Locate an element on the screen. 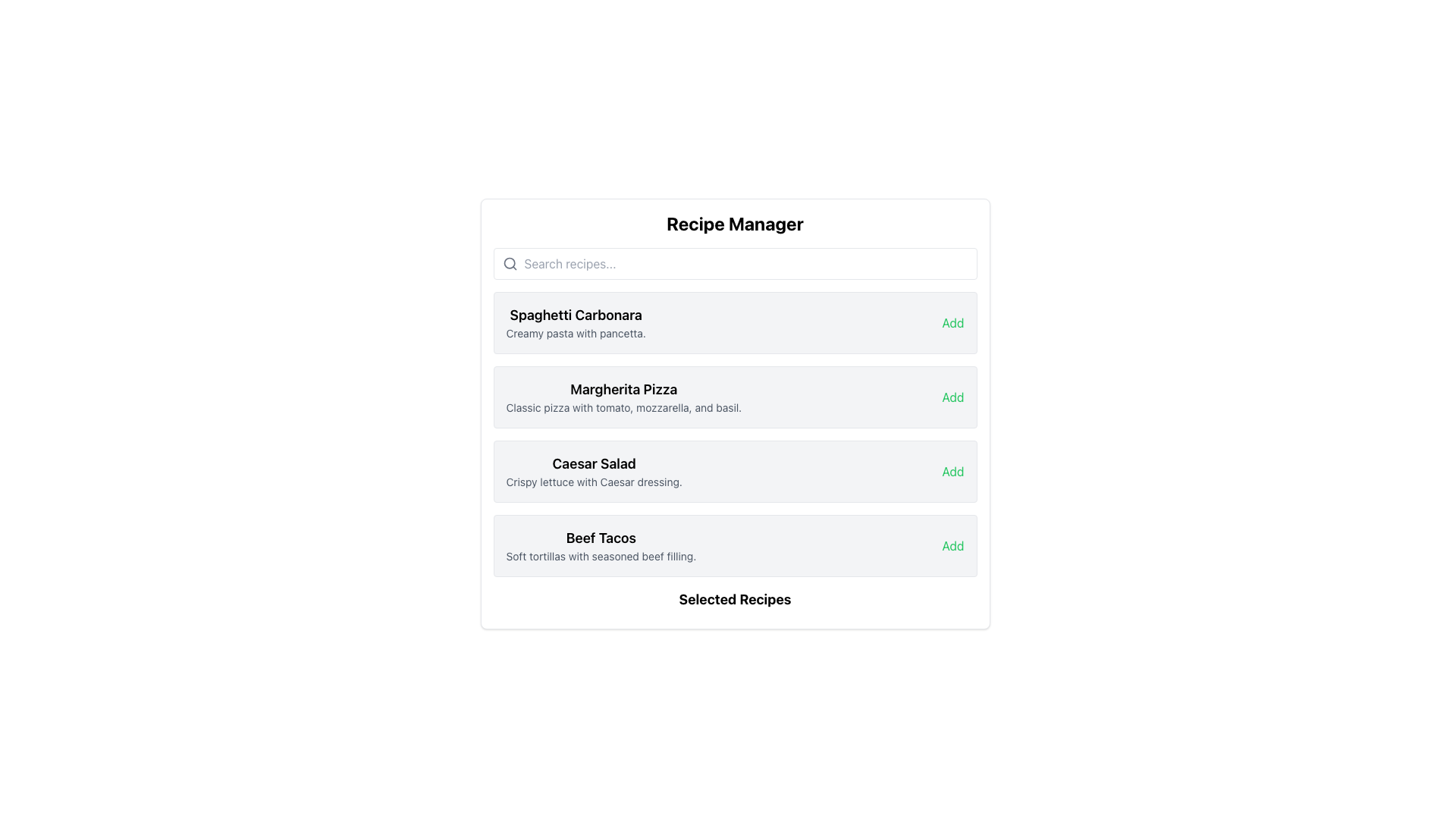 Image resolution: width=1456 pixels, height=819 pixels. displayed information from the Text Display Block that describes a pizza option, which is the second item in the list, positioned between 'Spaghetti Carbonara' and 'Caesar Salad.' is located at coordinates (623, 397).